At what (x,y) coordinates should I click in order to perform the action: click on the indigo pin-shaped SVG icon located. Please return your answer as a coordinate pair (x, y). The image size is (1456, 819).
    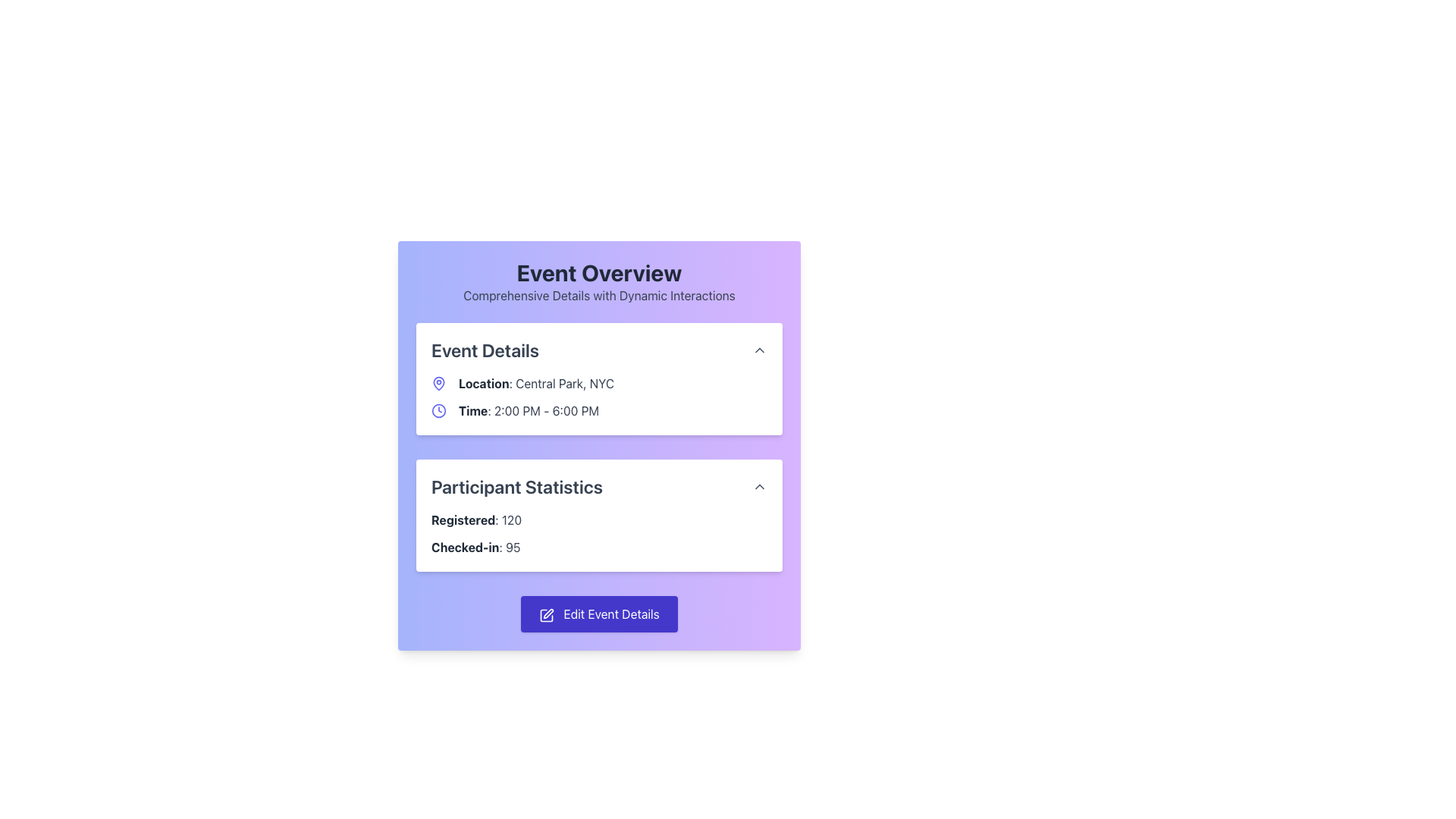
    Looking at the image, I should click on (438, 382).